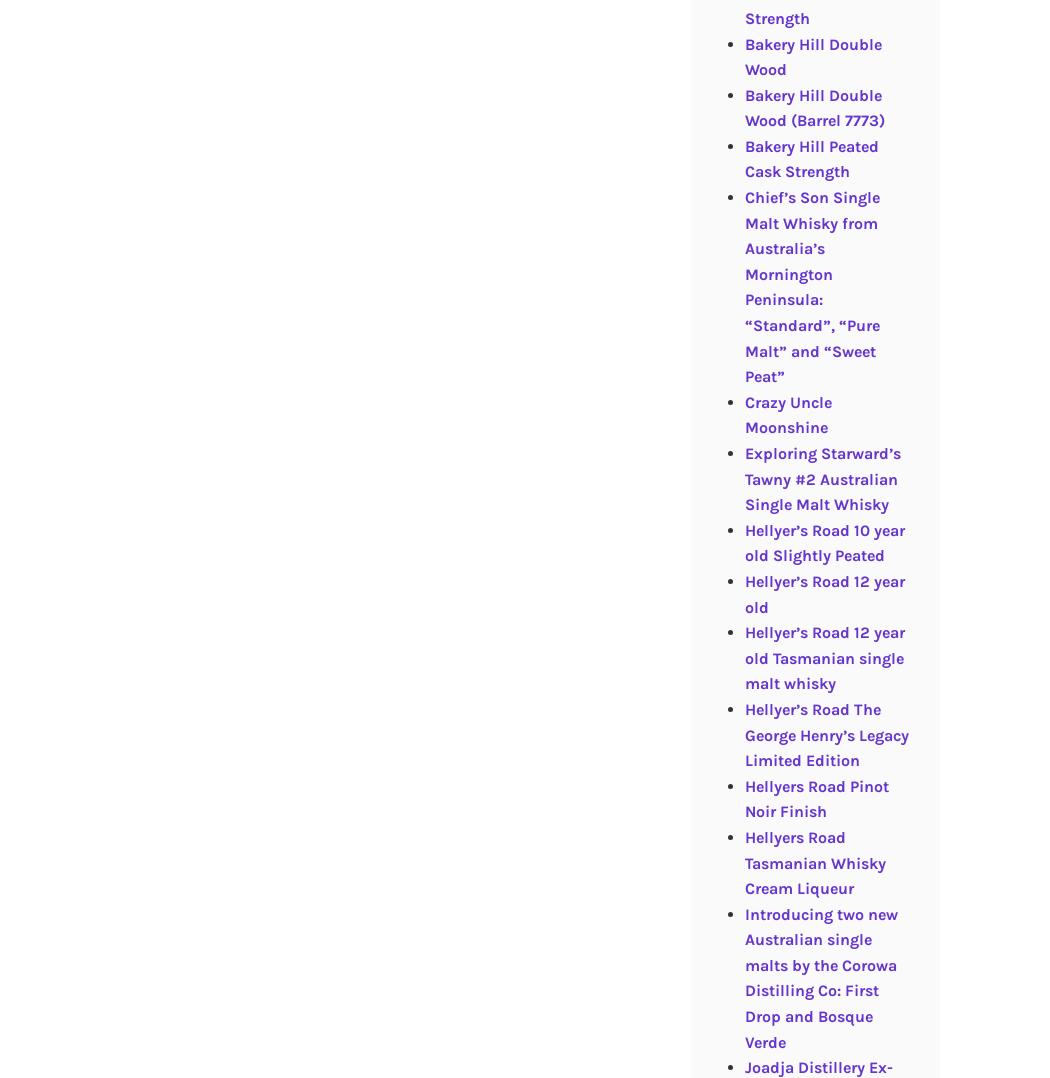 The width and height of the screenshot is (1050, 1078). Describe the element at coordinates (823, 658) in the screenshot. I see `'Hellyer’s Road 12 year old Tasmanian single malt whisky'` at that location.